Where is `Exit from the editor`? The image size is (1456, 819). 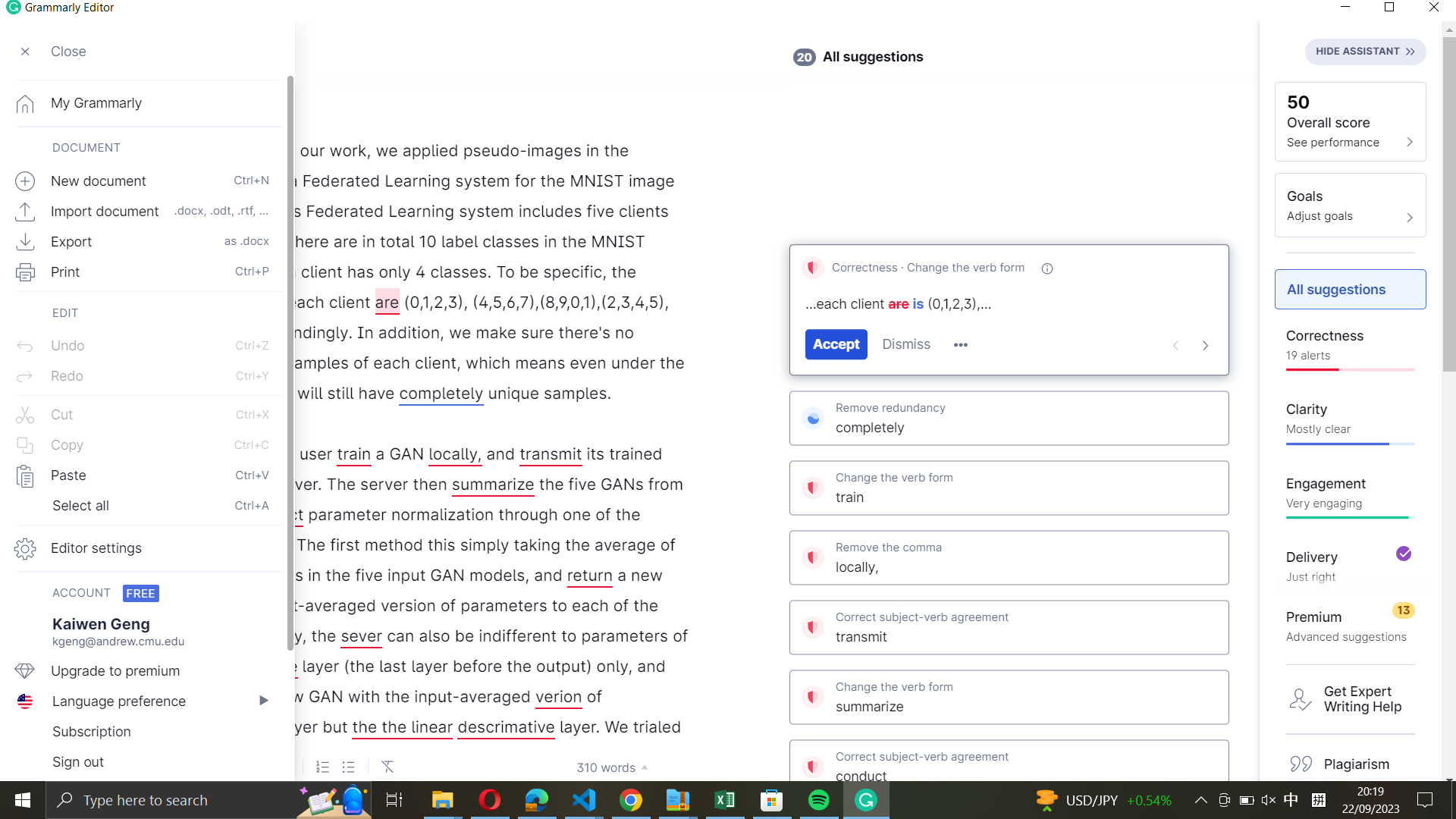 Exit from the editor is located at coordinates (146, 764).